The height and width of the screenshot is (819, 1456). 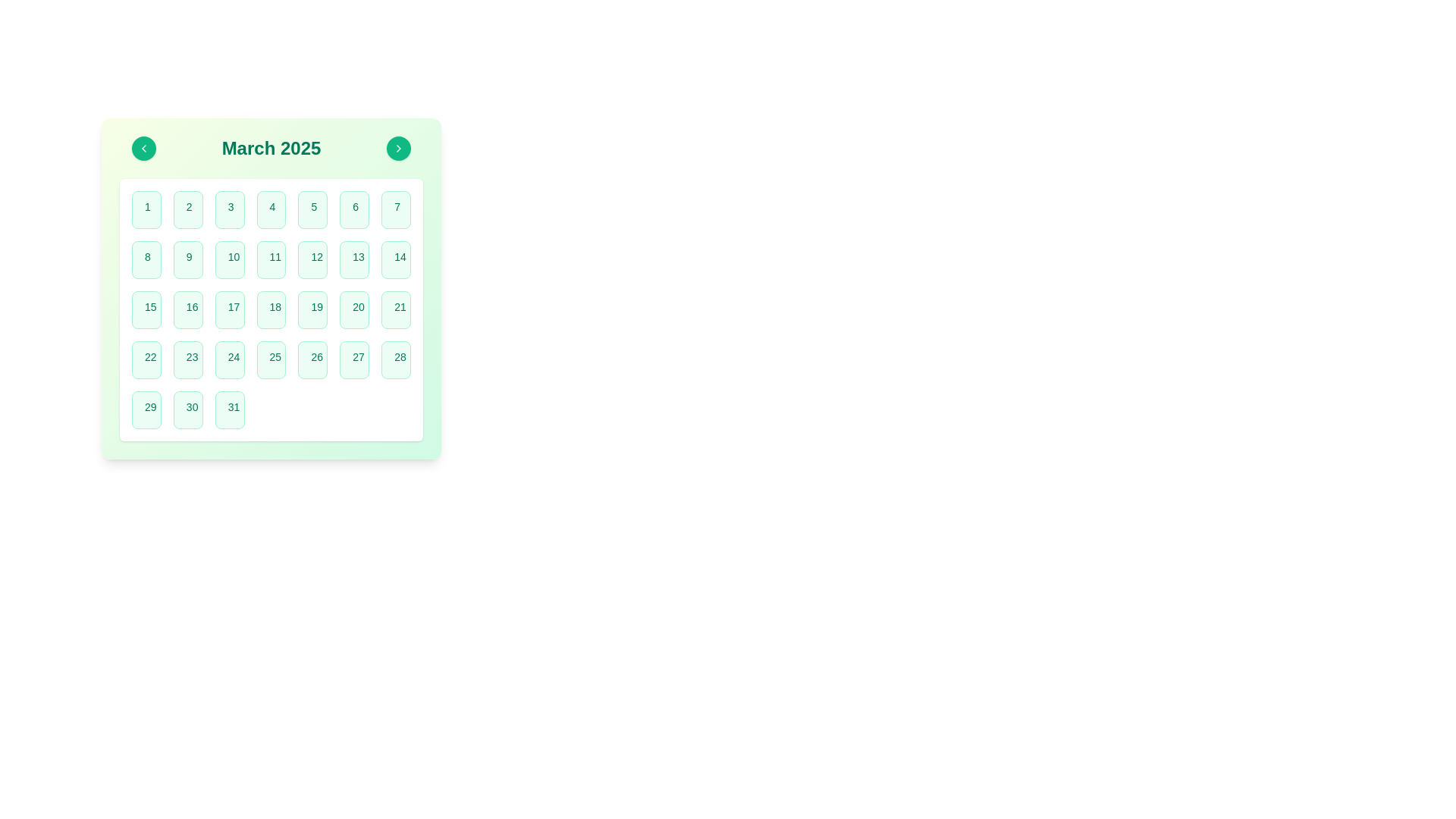 I want to click on the clickable date box representing the 14th day in the calendar's grid layout, so click(x=396, y=259).